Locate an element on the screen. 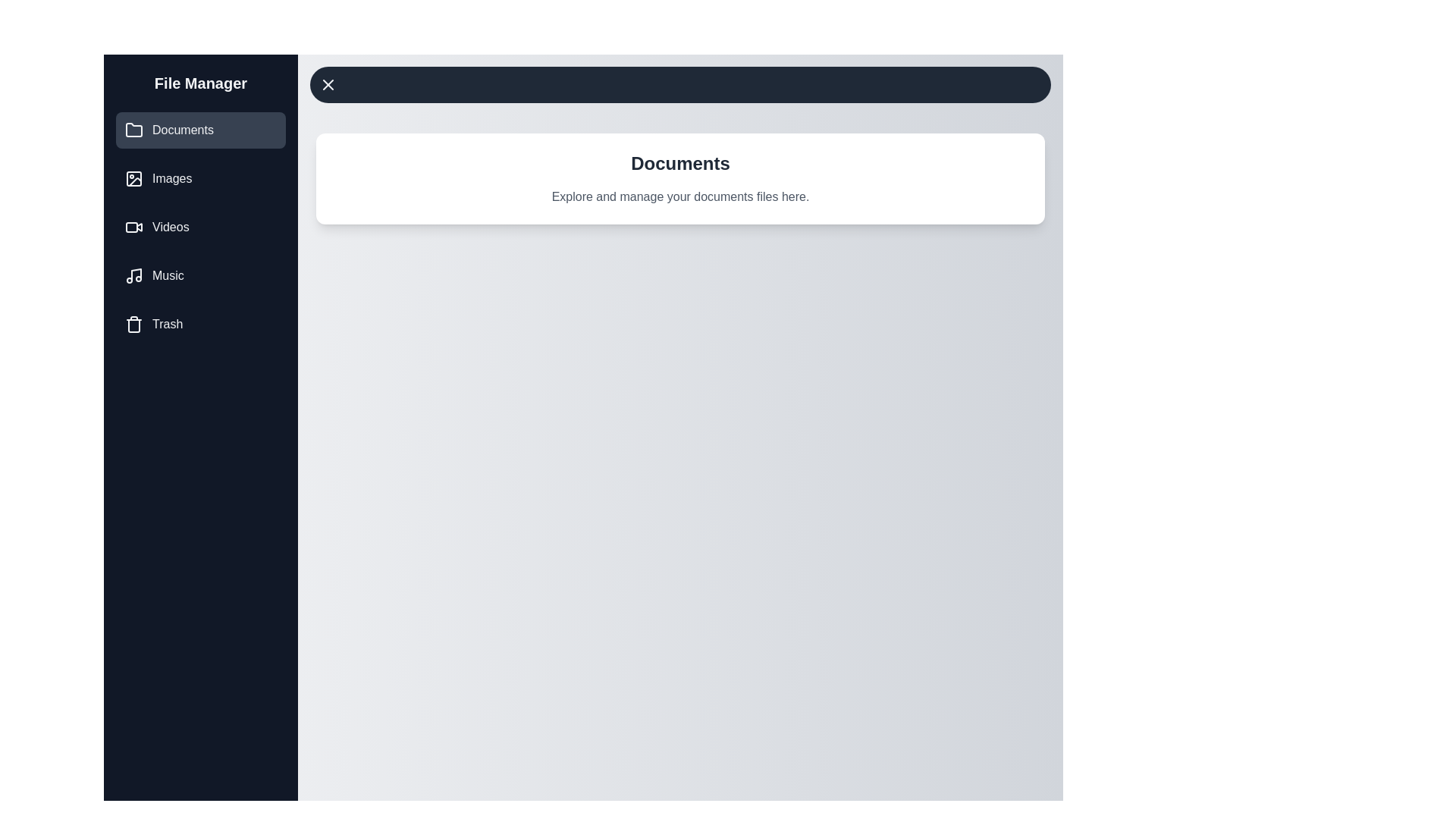  the category Trash from the drawer is located at coordinates (199, 324).